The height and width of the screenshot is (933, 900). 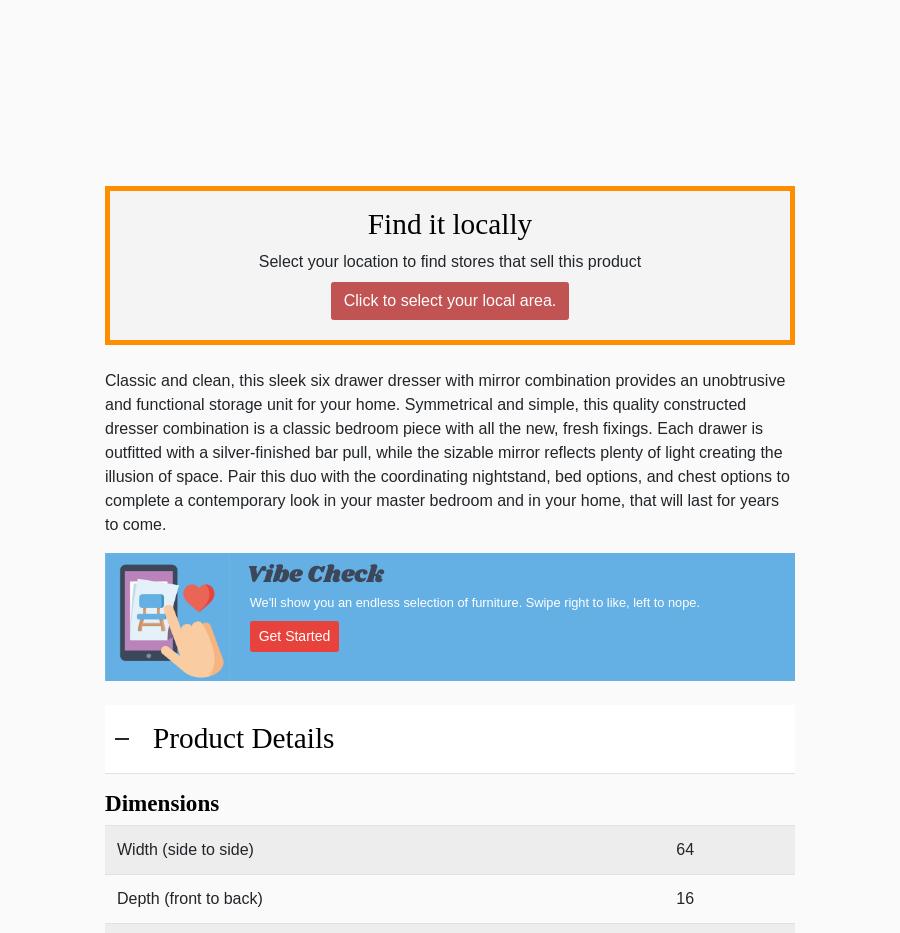 I want to click on 'Depth (front to back)', so click(x=189, y=898).